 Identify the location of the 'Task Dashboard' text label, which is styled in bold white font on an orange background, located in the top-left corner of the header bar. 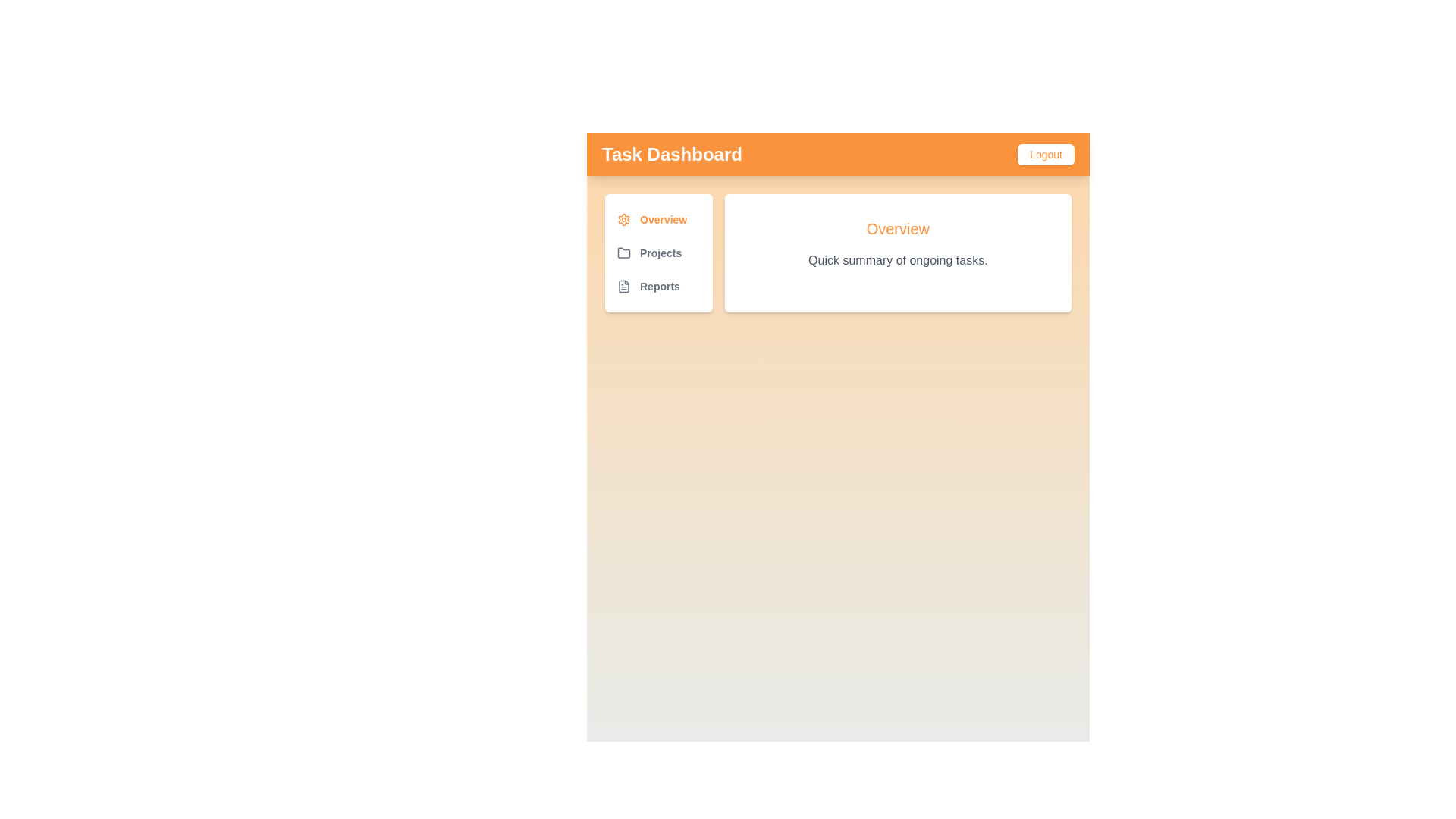
(671, 155).